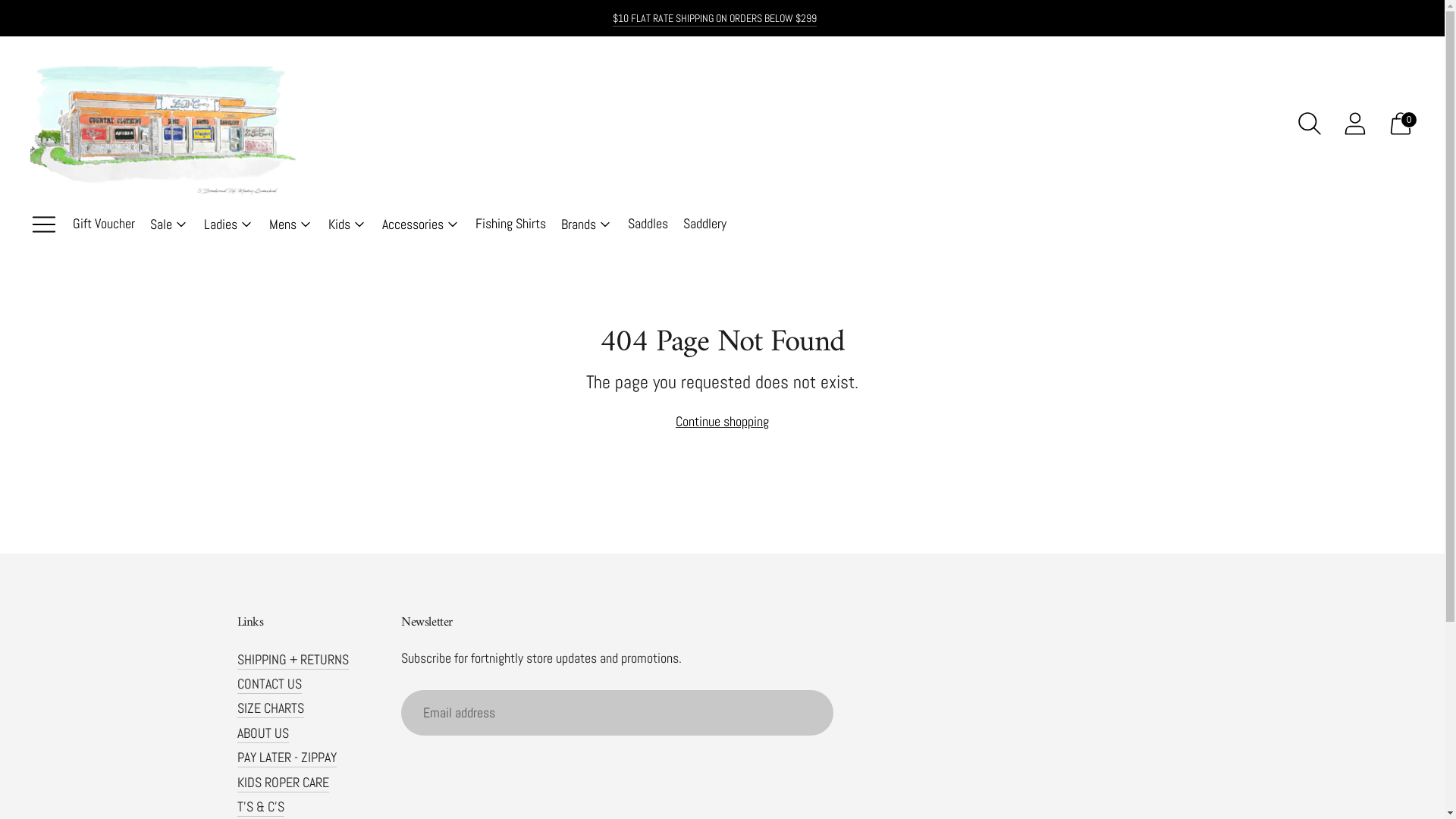 This screenshot has width=1456, height=819. What do you see at coordinates (292, 658) in the screenshot?
I see `'SHIPPING + RETURNS'` at bounding box center [292, 658].